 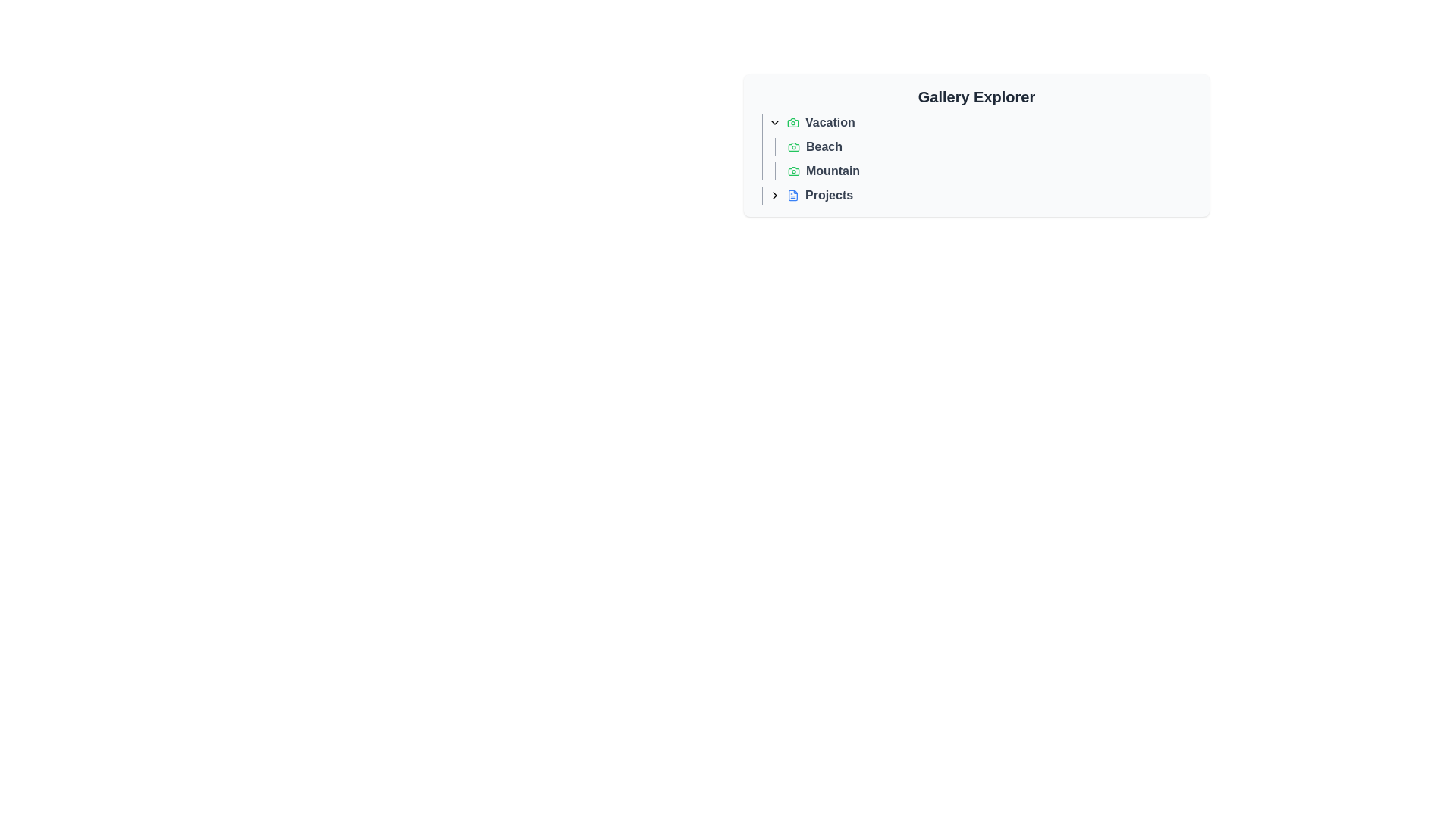 What do you see at coordinates (828, 195) in the screenshot?
I see `the 'Projects' label, which is a bold gray text indicator` at bounding box center [828, 195].